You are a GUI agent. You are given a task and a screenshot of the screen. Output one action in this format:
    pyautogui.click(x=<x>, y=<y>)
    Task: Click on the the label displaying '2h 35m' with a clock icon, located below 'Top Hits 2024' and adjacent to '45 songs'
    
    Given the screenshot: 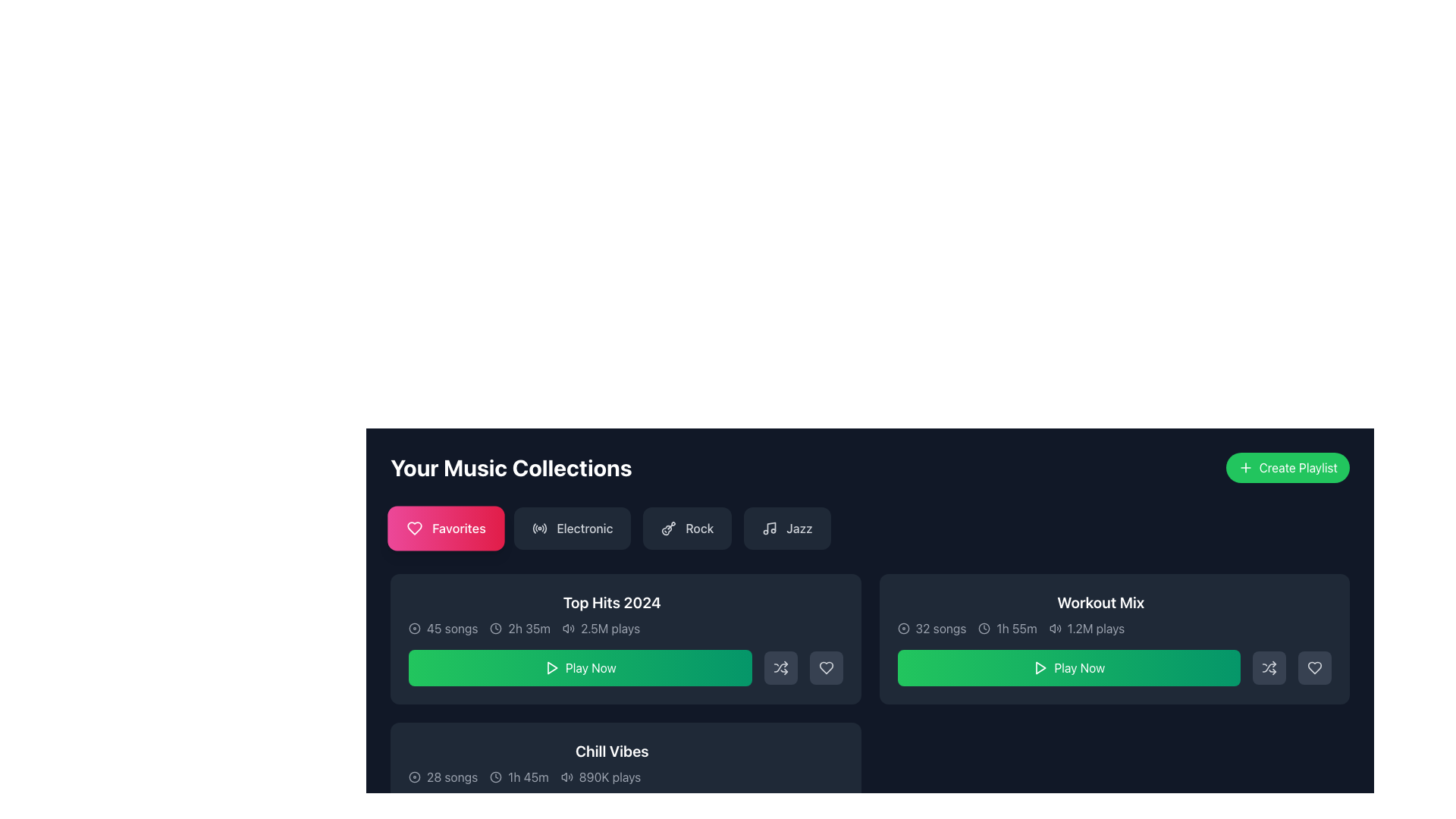 What is the action you would take?
    pyautogui.click(x=520, y=629)
    